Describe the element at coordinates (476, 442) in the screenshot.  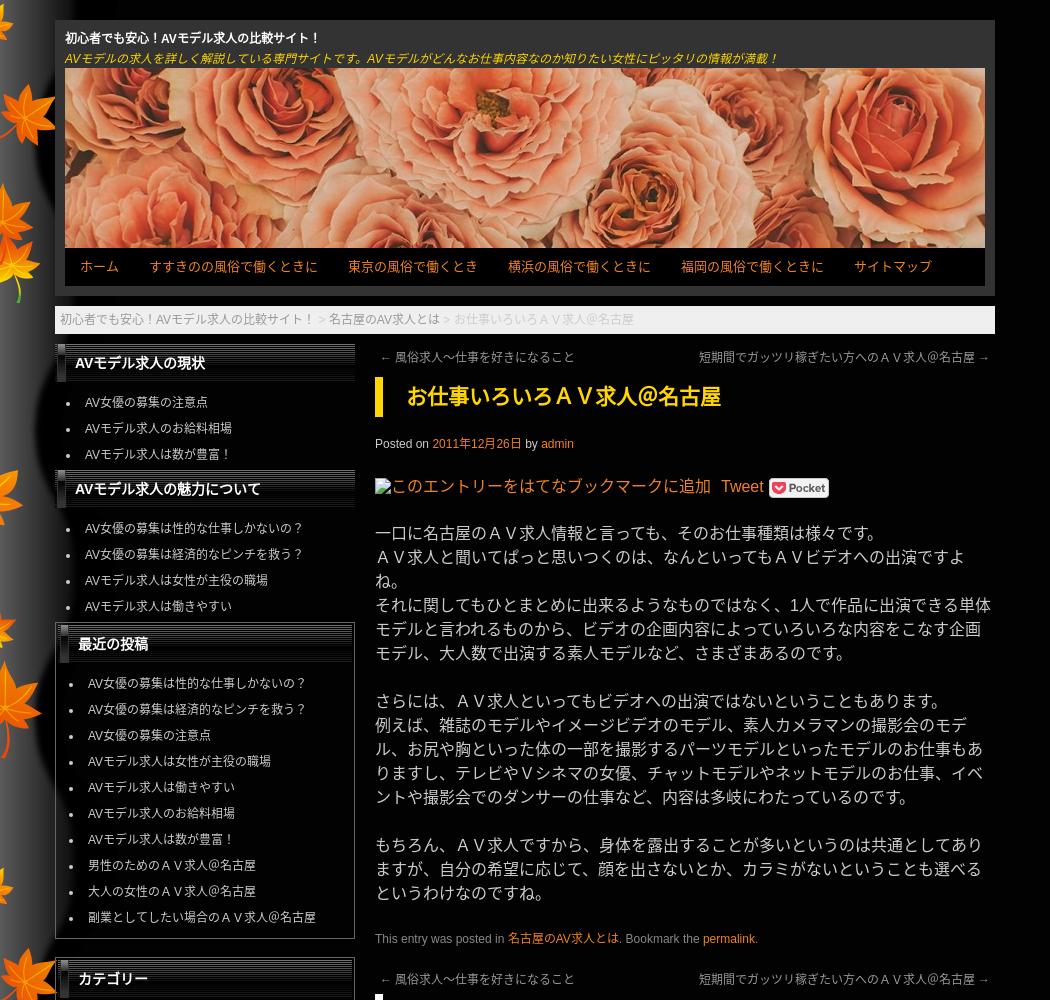
I see `'2011年12月26日'` at that location.